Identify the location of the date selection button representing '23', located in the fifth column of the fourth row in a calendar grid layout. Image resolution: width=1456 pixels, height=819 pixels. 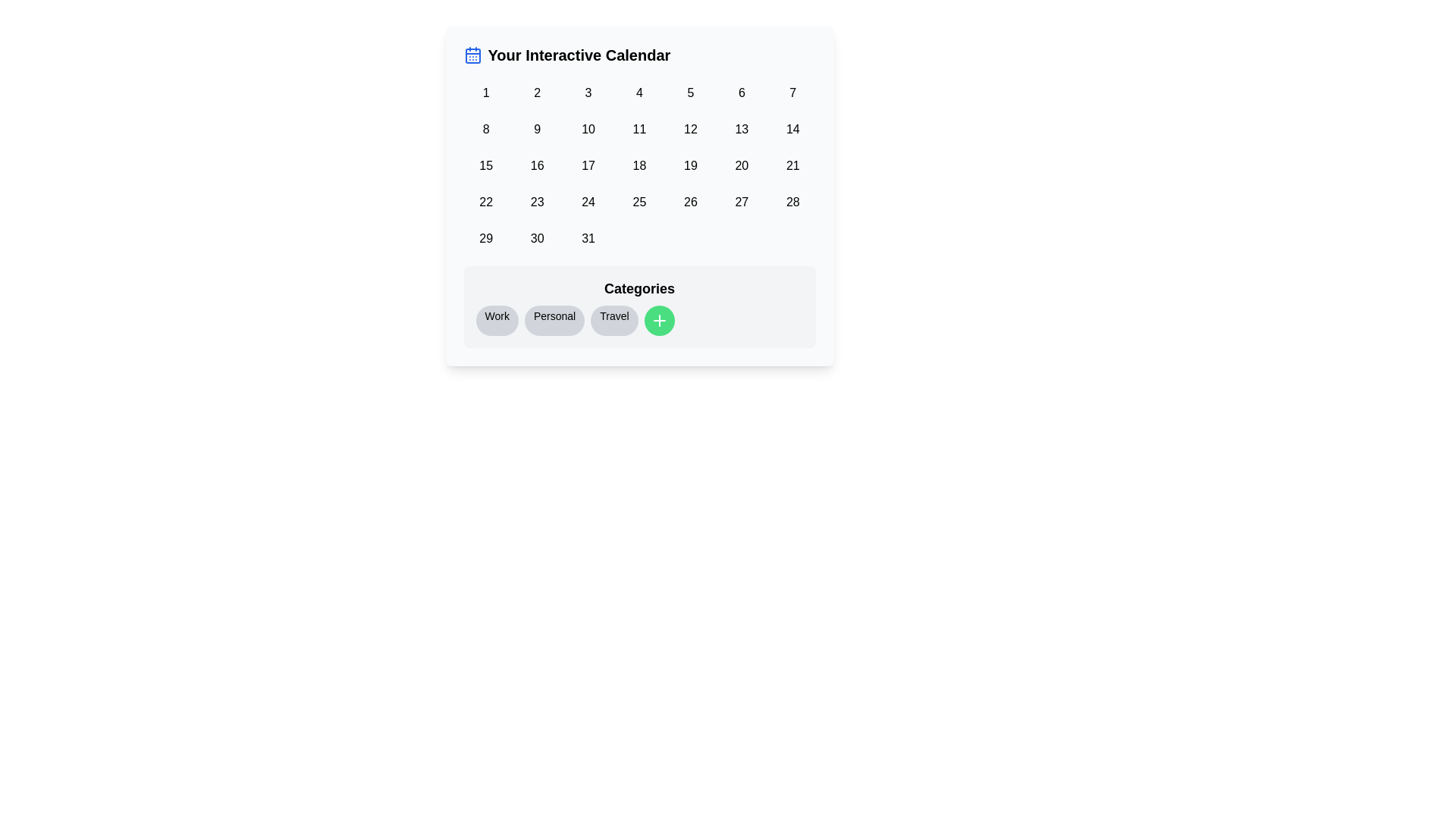
(537, 201).